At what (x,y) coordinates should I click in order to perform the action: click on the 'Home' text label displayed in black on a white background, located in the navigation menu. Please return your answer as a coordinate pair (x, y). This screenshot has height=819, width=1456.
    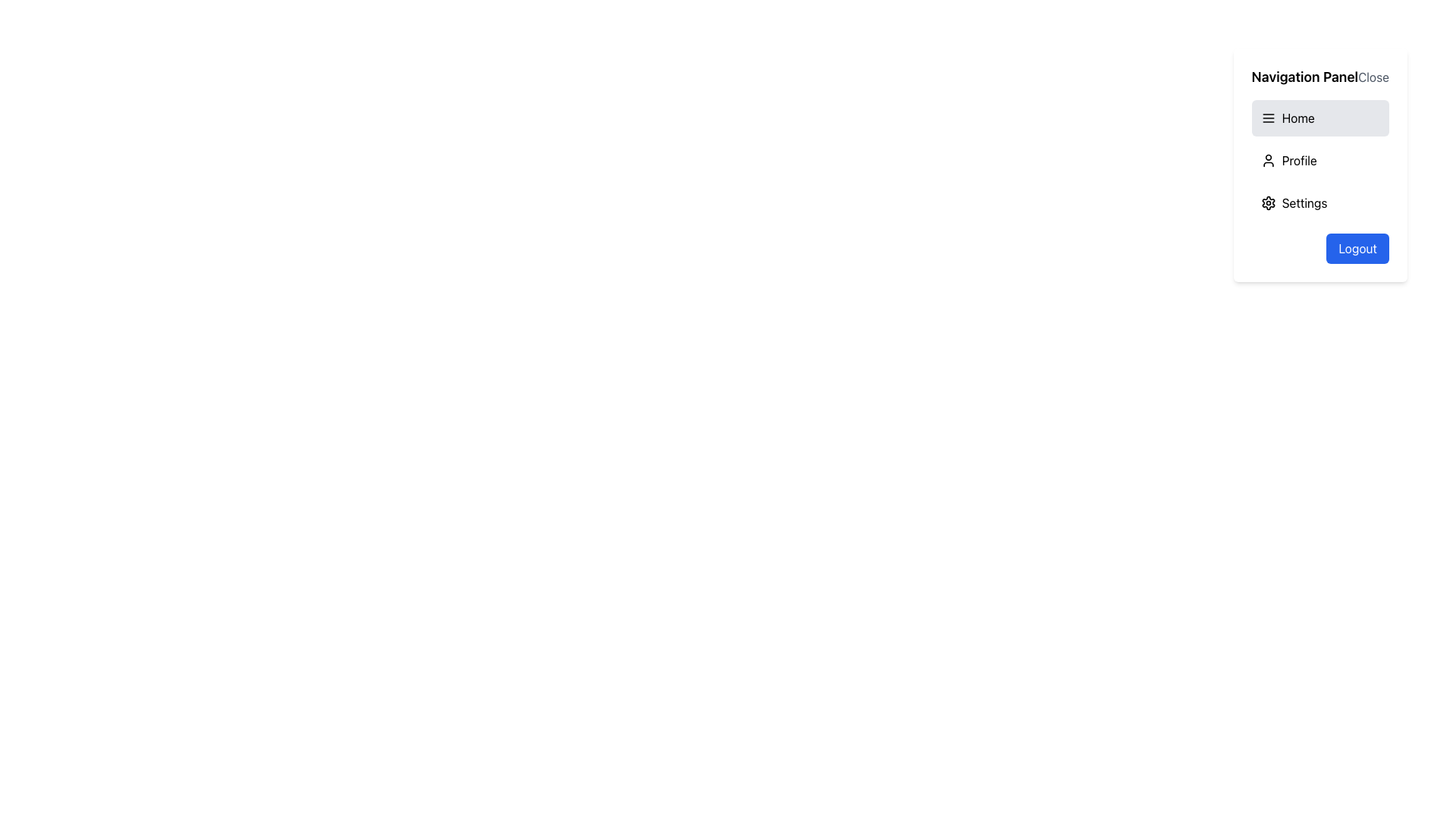
    Looking at the image, I should click on (1298, 117).